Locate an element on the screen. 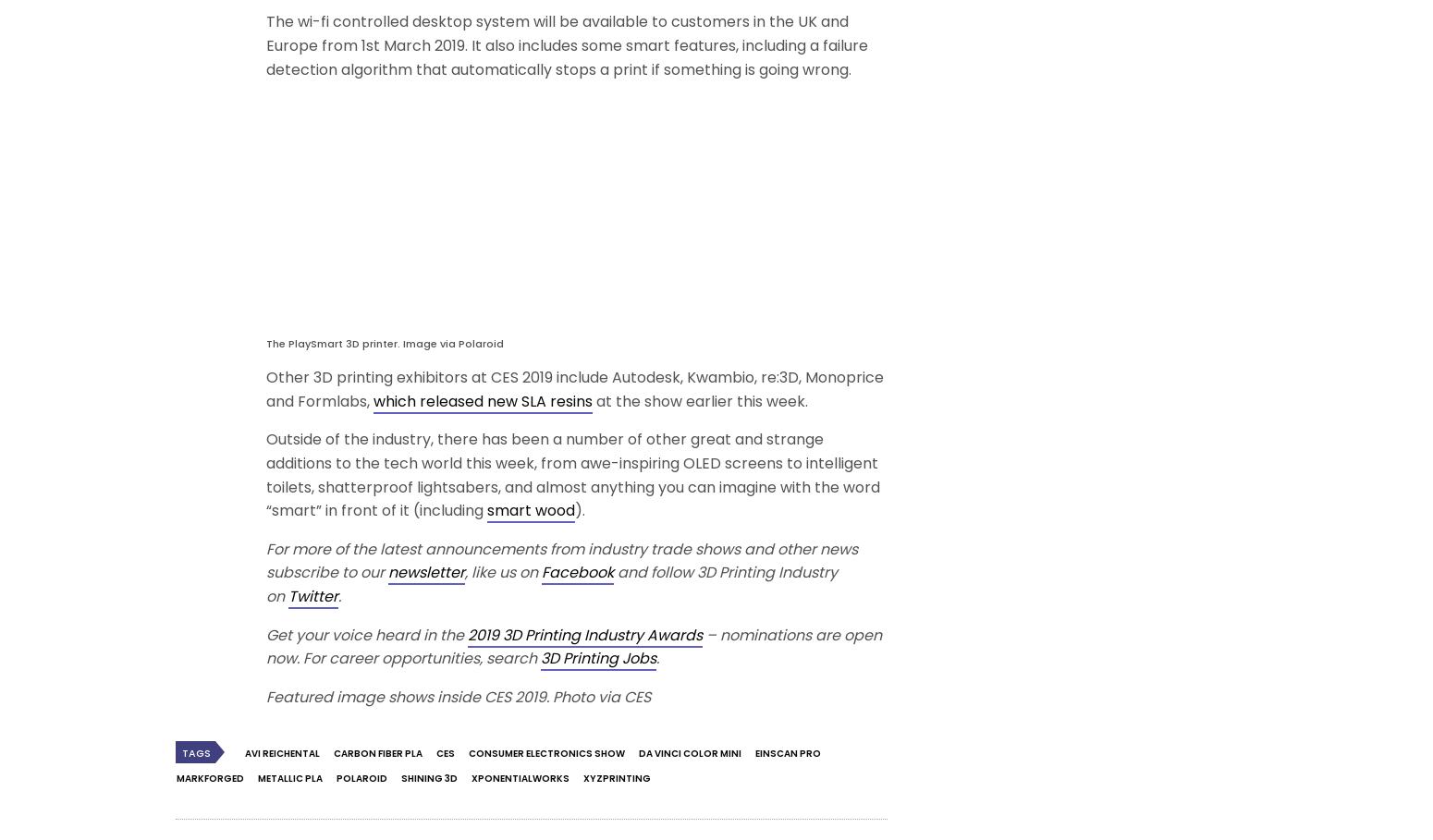 The width and height of the screenshot is (1433, 840). 'Polaroid' is located at coordinates (335, 777).